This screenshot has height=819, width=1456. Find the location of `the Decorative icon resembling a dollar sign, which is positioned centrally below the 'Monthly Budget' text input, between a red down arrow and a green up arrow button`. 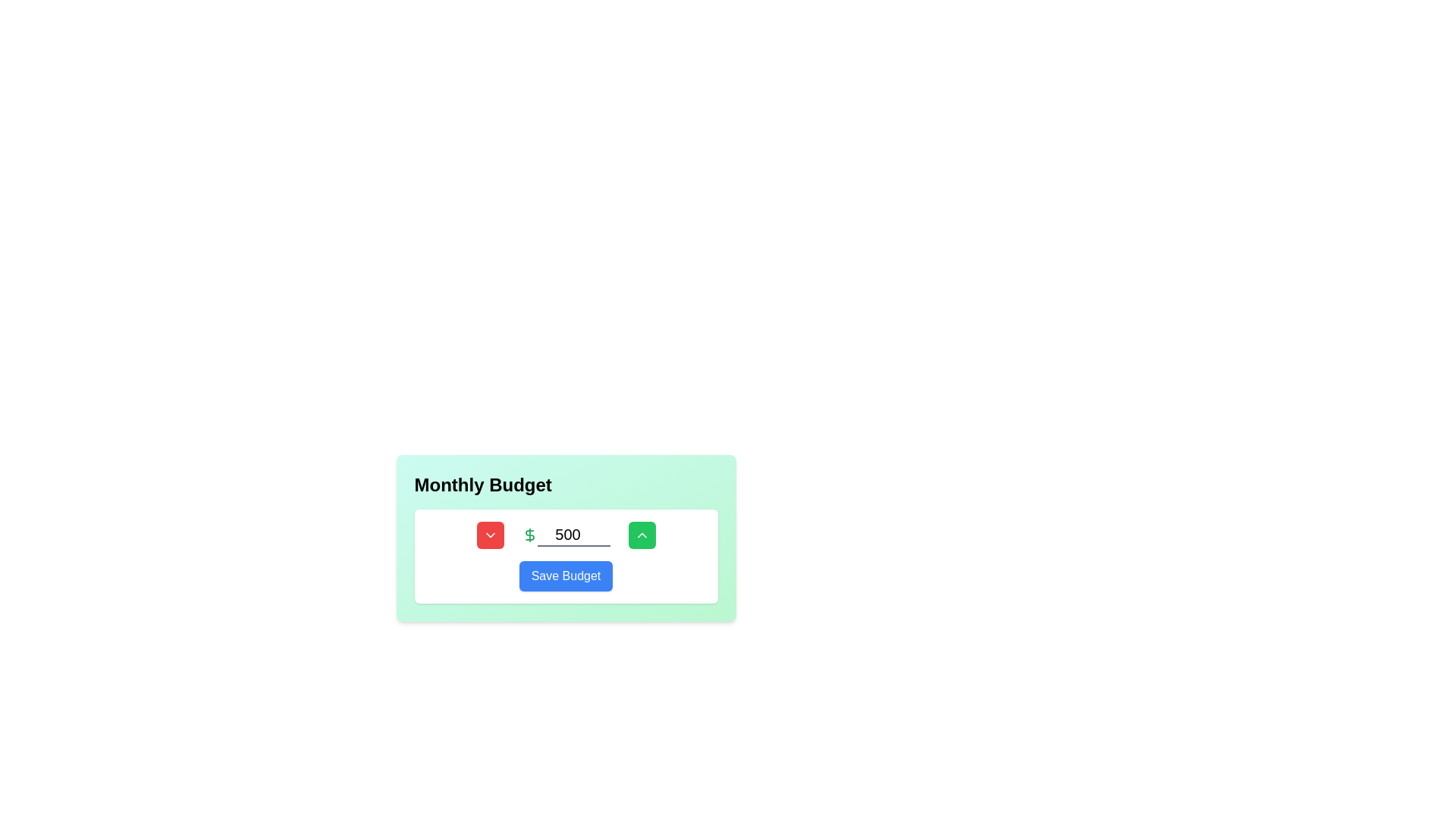

the Decorative icon resembling a dollar sign, which is positioned centrally below the 'Monthly Budget' text input, between a red down arrow and a green up arrow button is located at coordinates (529, 534).